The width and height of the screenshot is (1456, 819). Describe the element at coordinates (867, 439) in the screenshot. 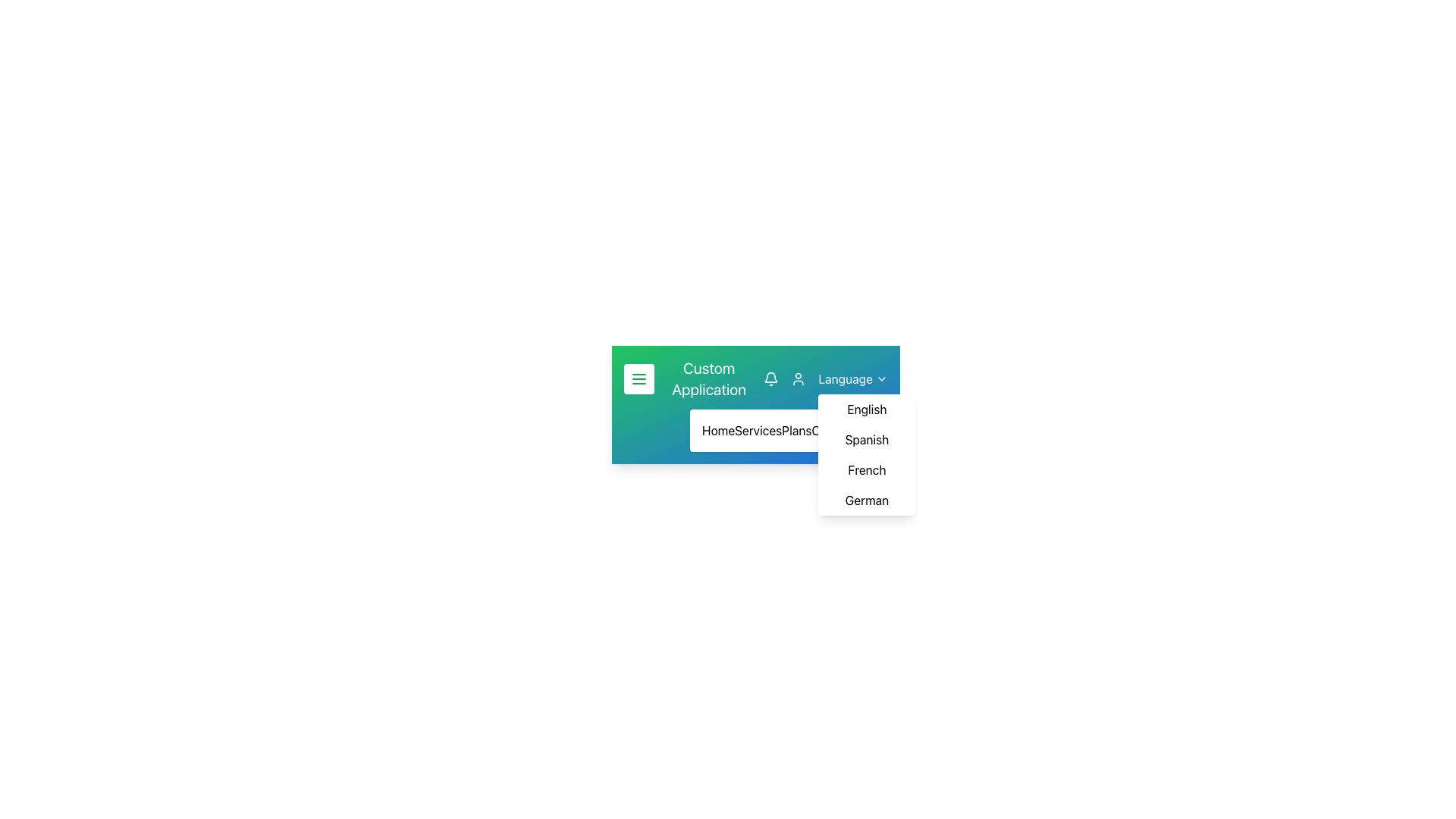

I see `the second item in the dropdown menu` at that location.